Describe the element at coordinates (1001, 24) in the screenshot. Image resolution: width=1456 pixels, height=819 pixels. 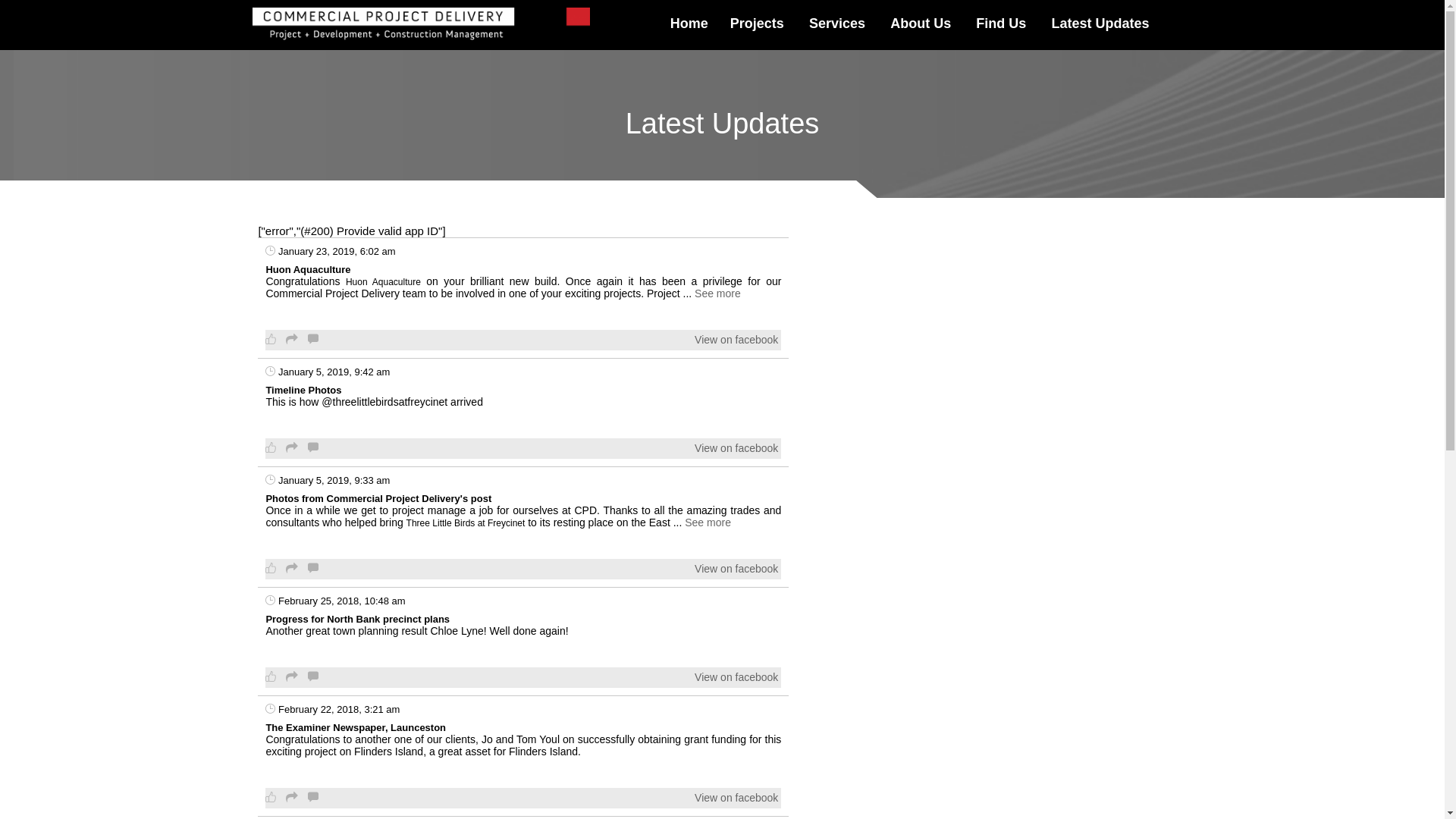
I see `'Find Us'` at that location.